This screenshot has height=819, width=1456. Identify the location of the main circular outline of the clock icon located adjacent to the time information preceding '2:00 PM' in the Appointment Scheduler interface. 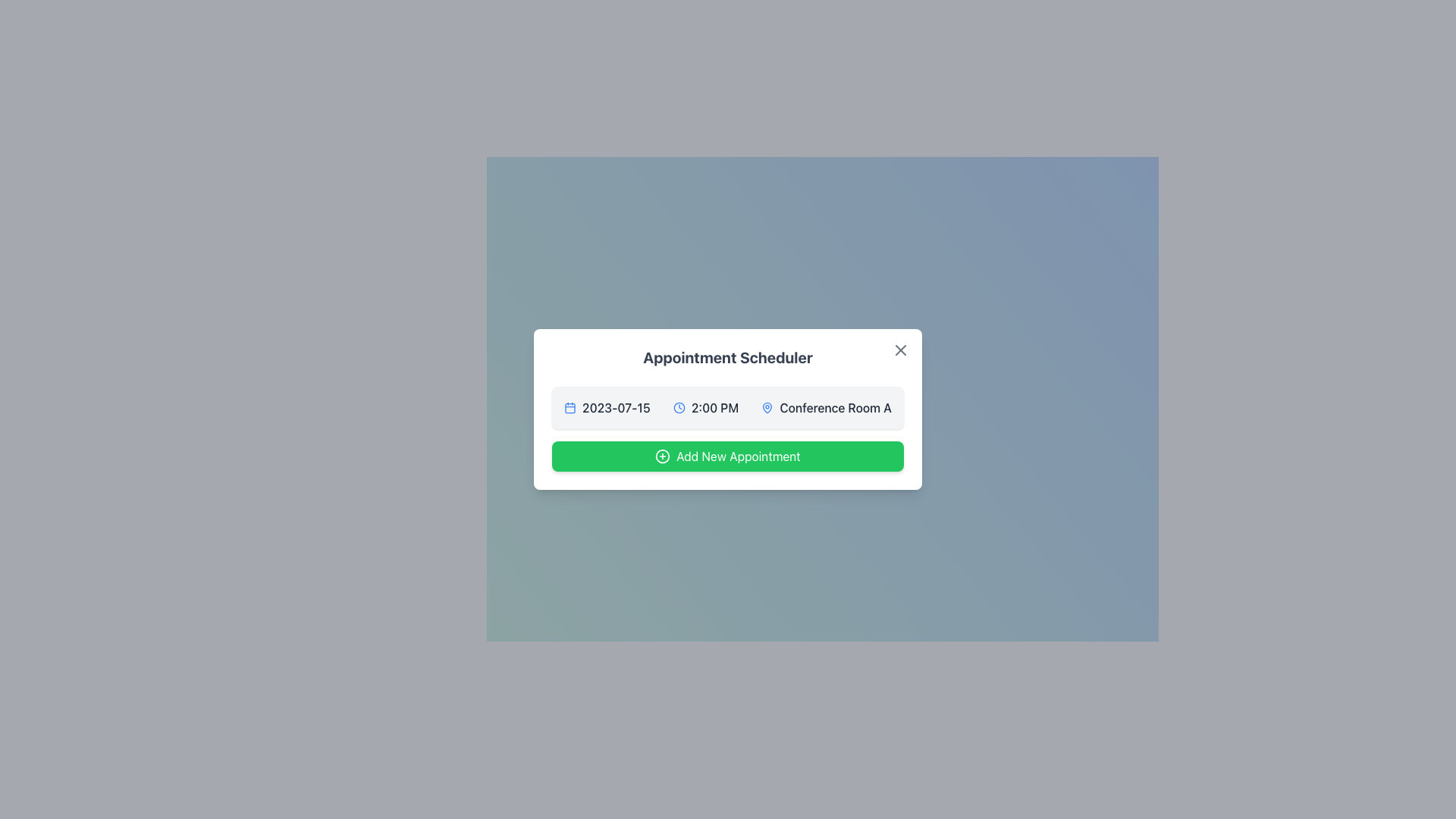
(678, 406).